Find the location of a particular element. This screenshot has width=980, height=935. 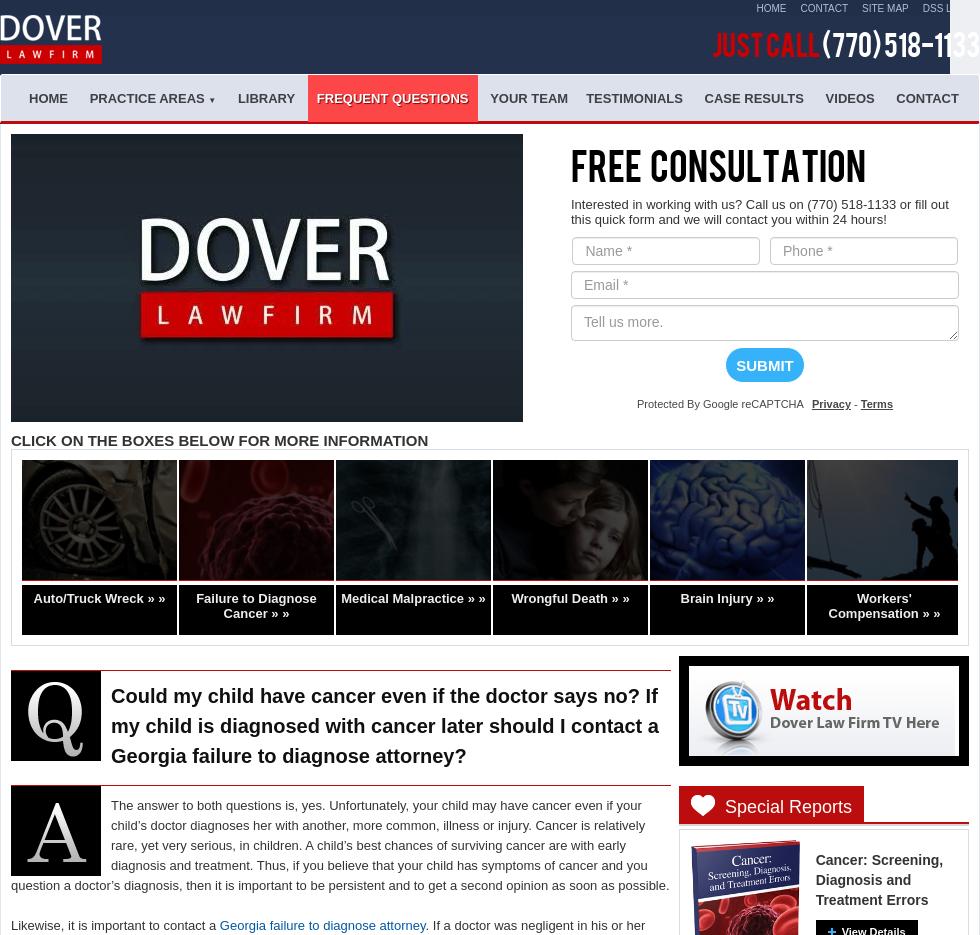

'The answer to both questions is, yes. Unfortunately, your child may have cancer even if your child’s doctor diagnoses her with another, more common, illness or injury. Cancer is relatively rare, yet very serious, in children. A child’s best chances of surviving cancer are with early diagnosis and treatment. Thus, if you believe that your child has symptoms of cancer and you question a doctor’s diagnosis, then it is important to be persistent and to get a second opinion as soon as possible.' is located at coordinates (339, 845).